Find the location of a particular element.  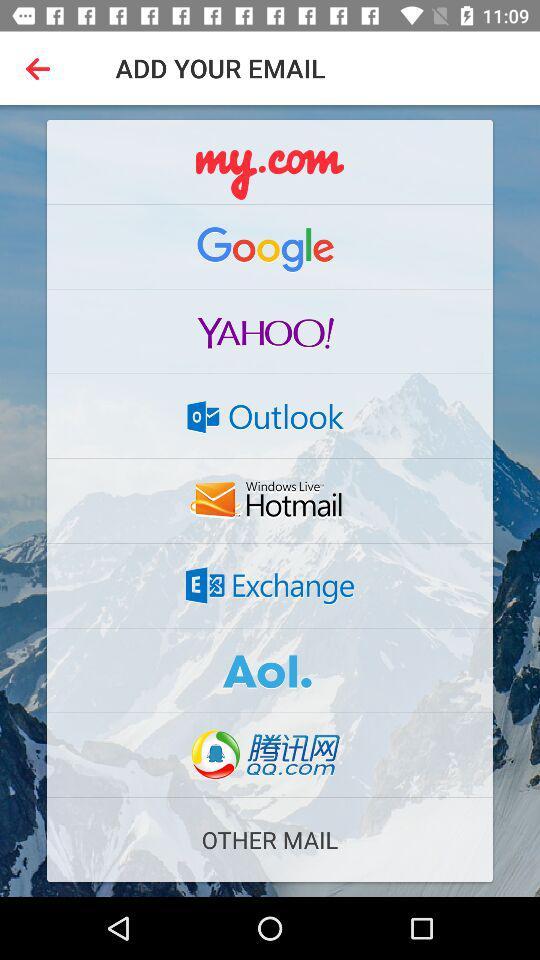

gmail is located at coordinates (270, 245).